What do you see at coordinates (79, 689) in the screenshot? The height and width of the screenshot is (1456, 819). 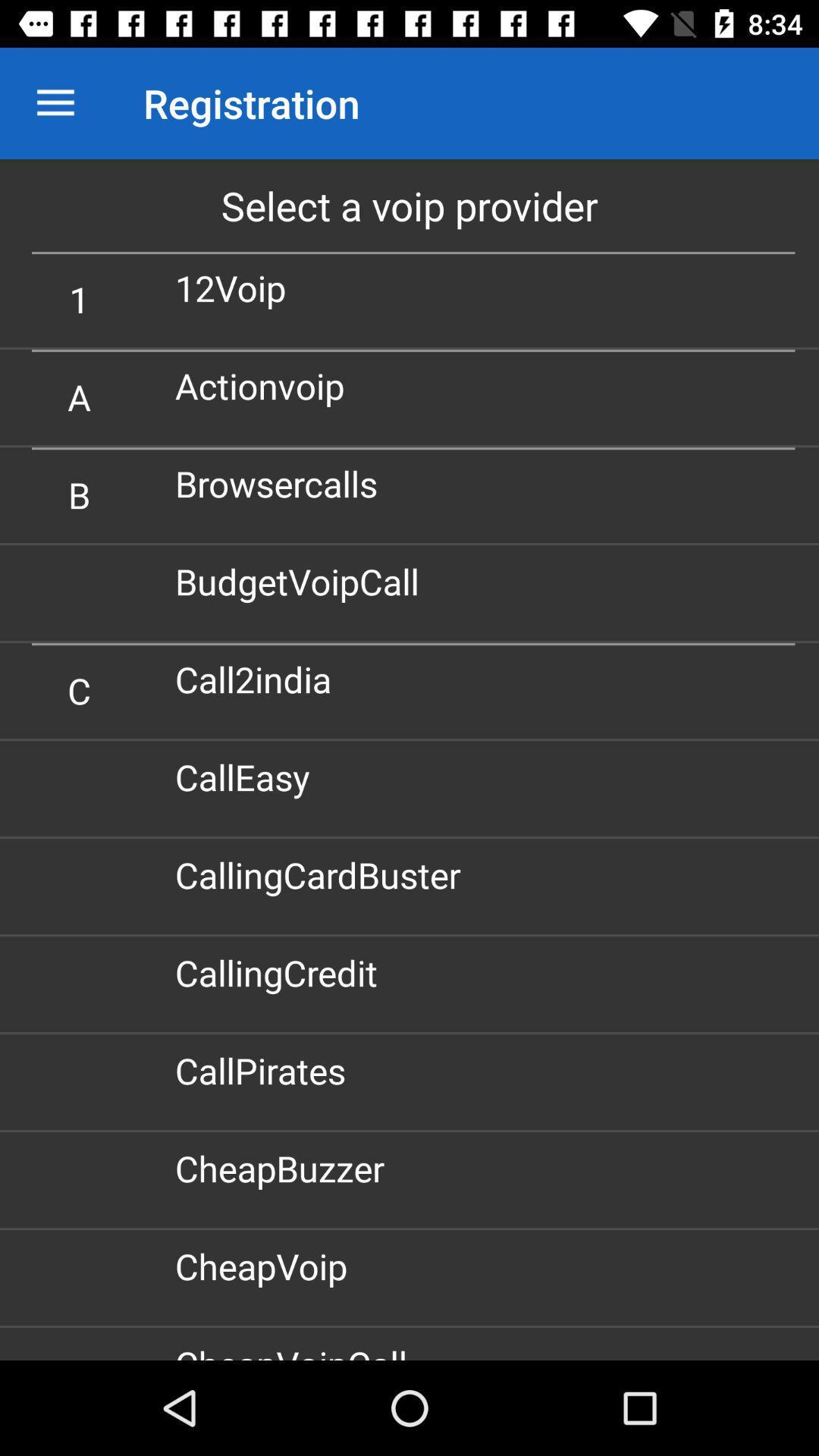 I see `the c` at bounding box center [79, 689].